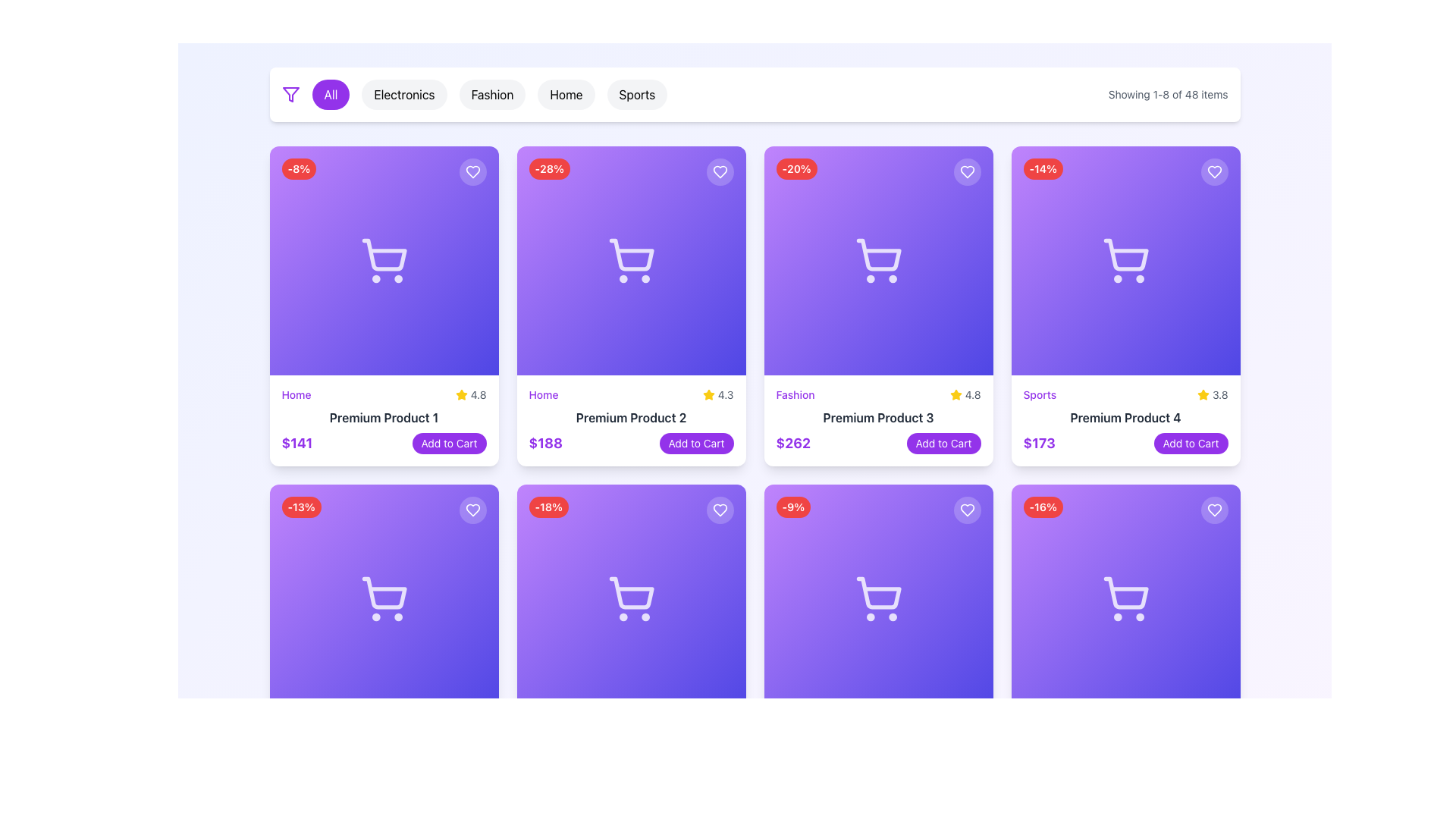  Describe the element at coordinates (1190, 444) in the screenshot. I see `the button located in the bottom right section of the fourth product card in the top row of the grid layout` at that location.